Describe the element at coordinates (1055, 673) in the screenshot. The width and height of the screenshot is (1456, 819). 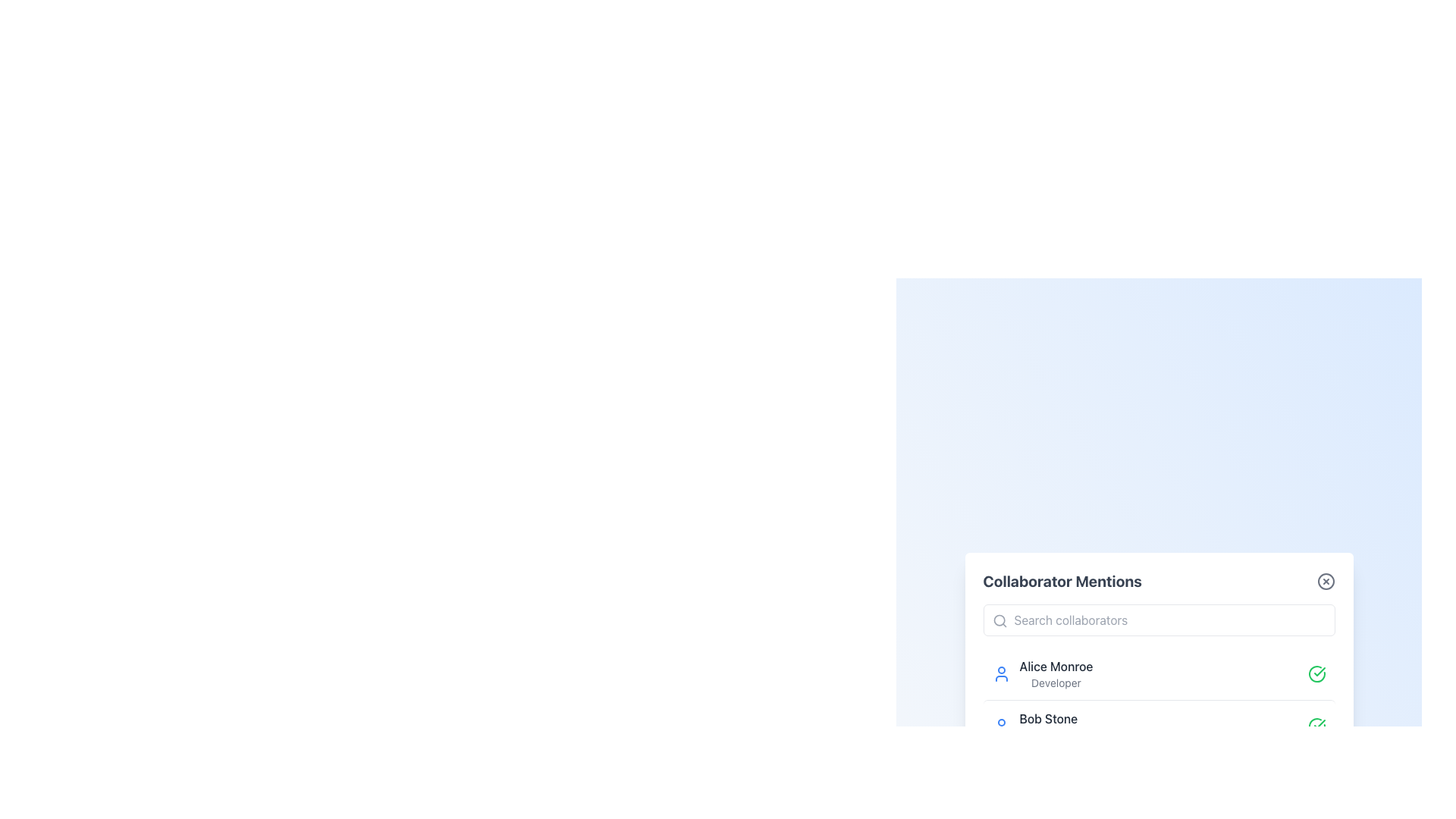
I see `the first item` at that location.